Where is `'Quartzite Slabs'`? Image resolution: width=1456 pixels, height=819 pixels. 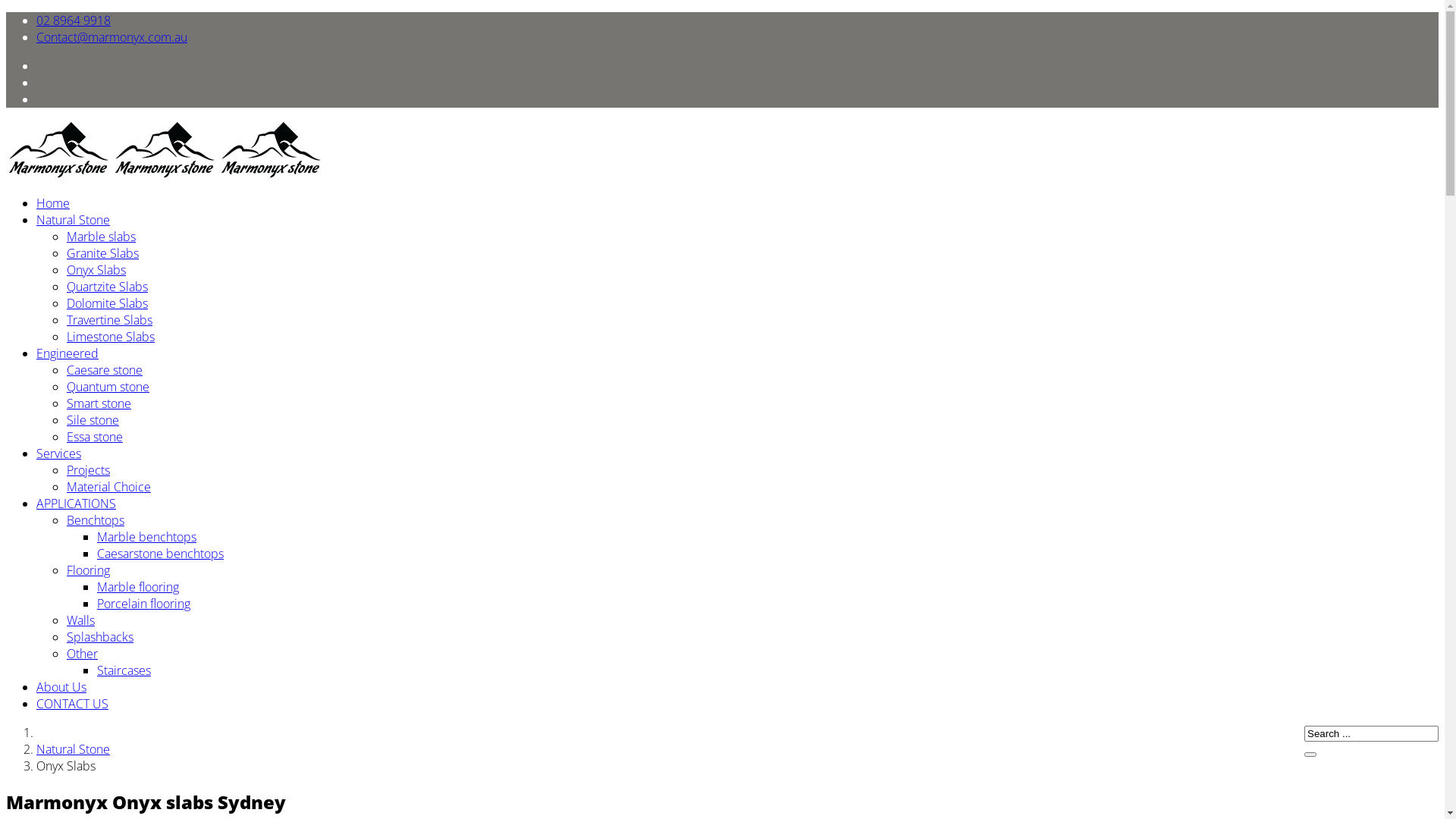 'Quartzite Slabs' is located at coordinates (106, 287).